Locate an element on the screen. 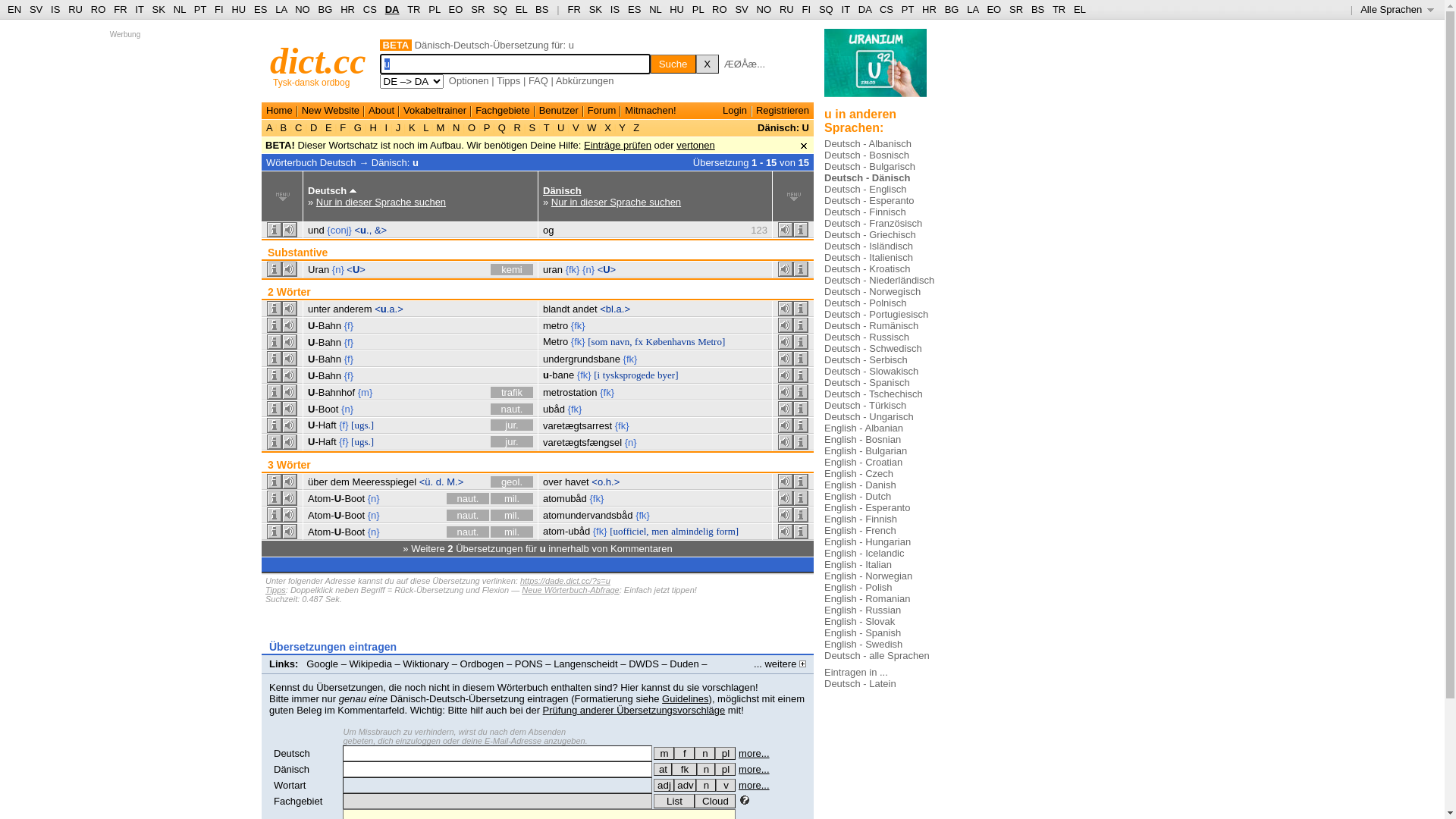 This screenshot has width=1456, height=819. 'kemi' is located at coordinates (512, 268).